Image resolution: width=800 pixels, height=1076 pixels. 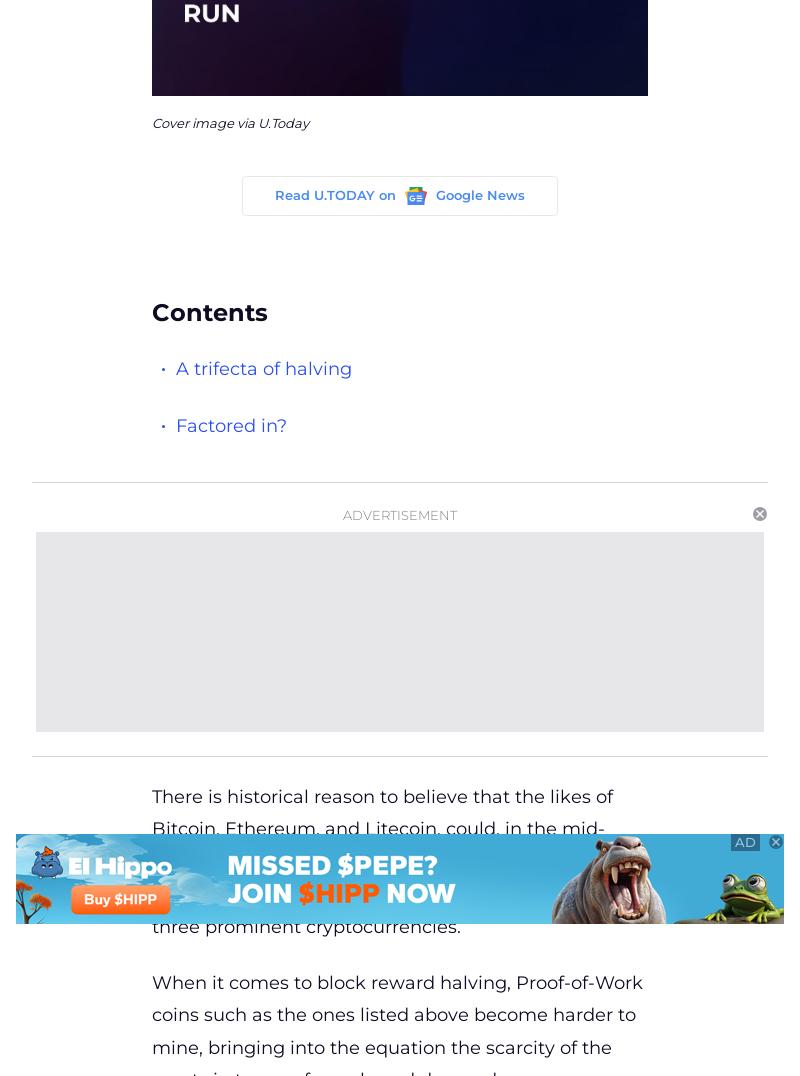 What do you see at coordinates (335, 193) in the screenshot?
I see `'Read U.TODAY on'` at bounding box center [335, 193].